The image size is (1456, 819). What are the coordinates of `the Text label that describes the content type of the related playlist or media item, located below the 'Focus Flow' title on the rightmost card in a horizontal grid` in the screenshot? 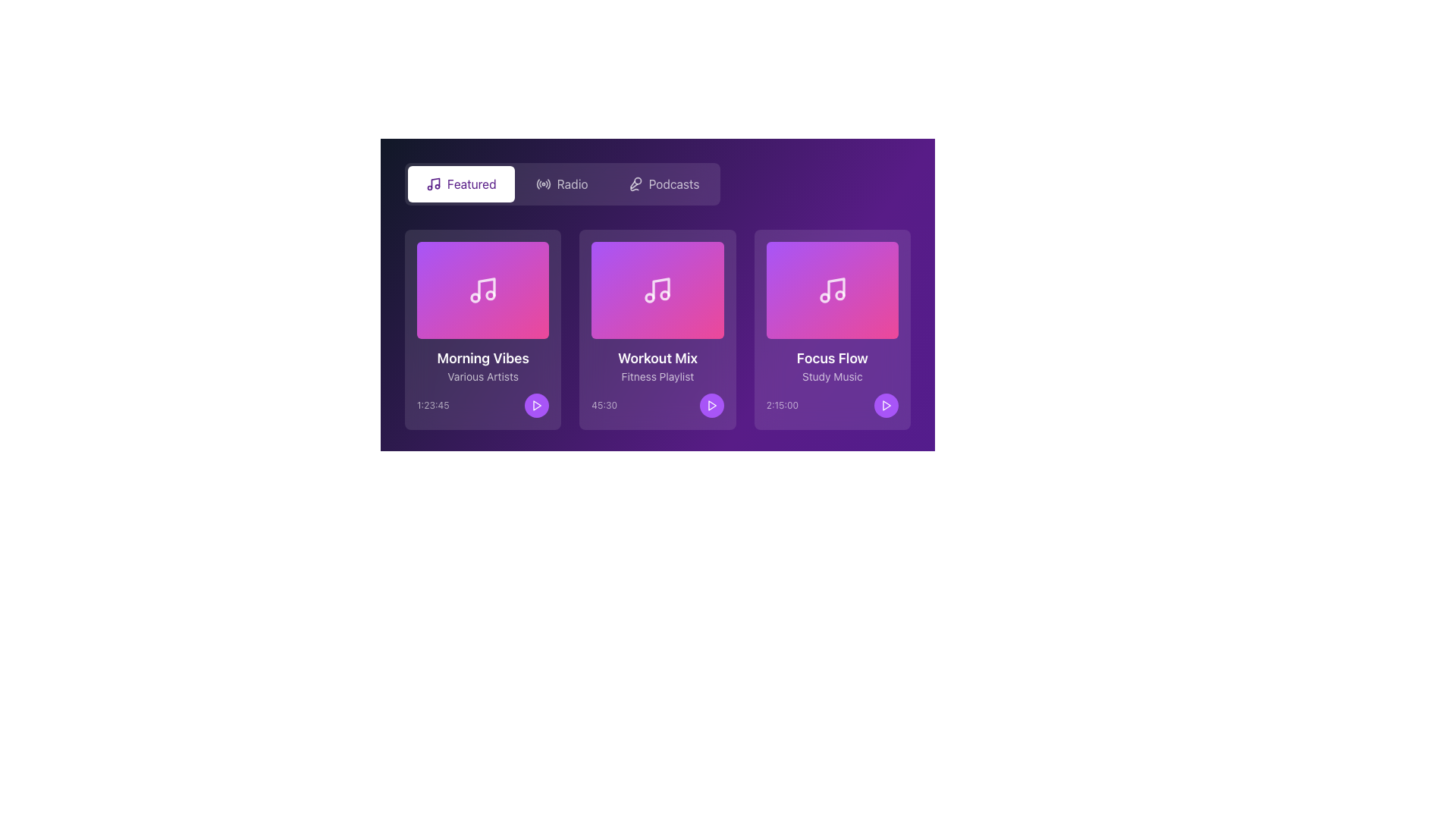 It's located at (831, 376).